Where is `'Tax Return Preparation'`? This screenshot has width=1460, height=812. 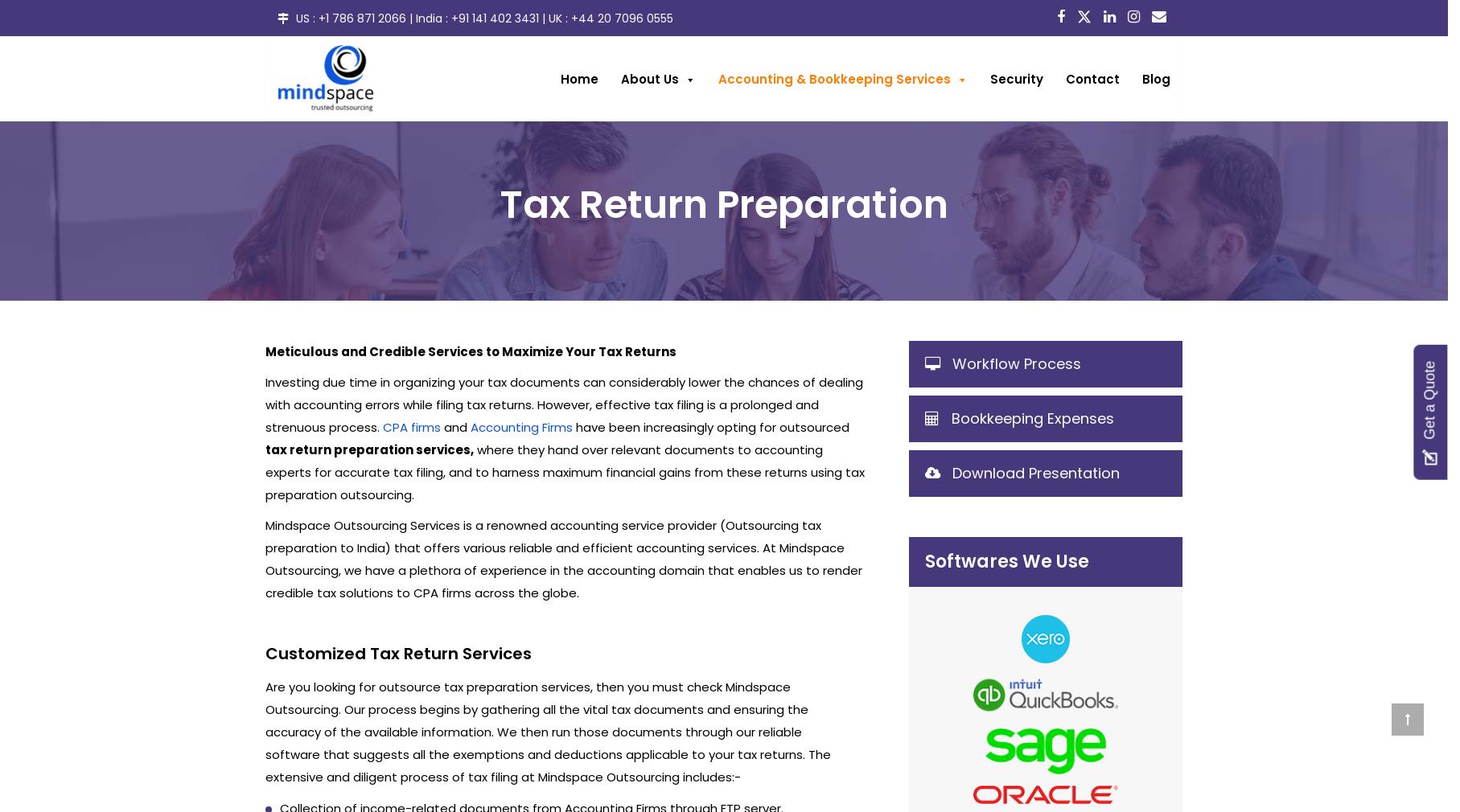 'Tax Return Preparation' is located at coordinates (498, 203).